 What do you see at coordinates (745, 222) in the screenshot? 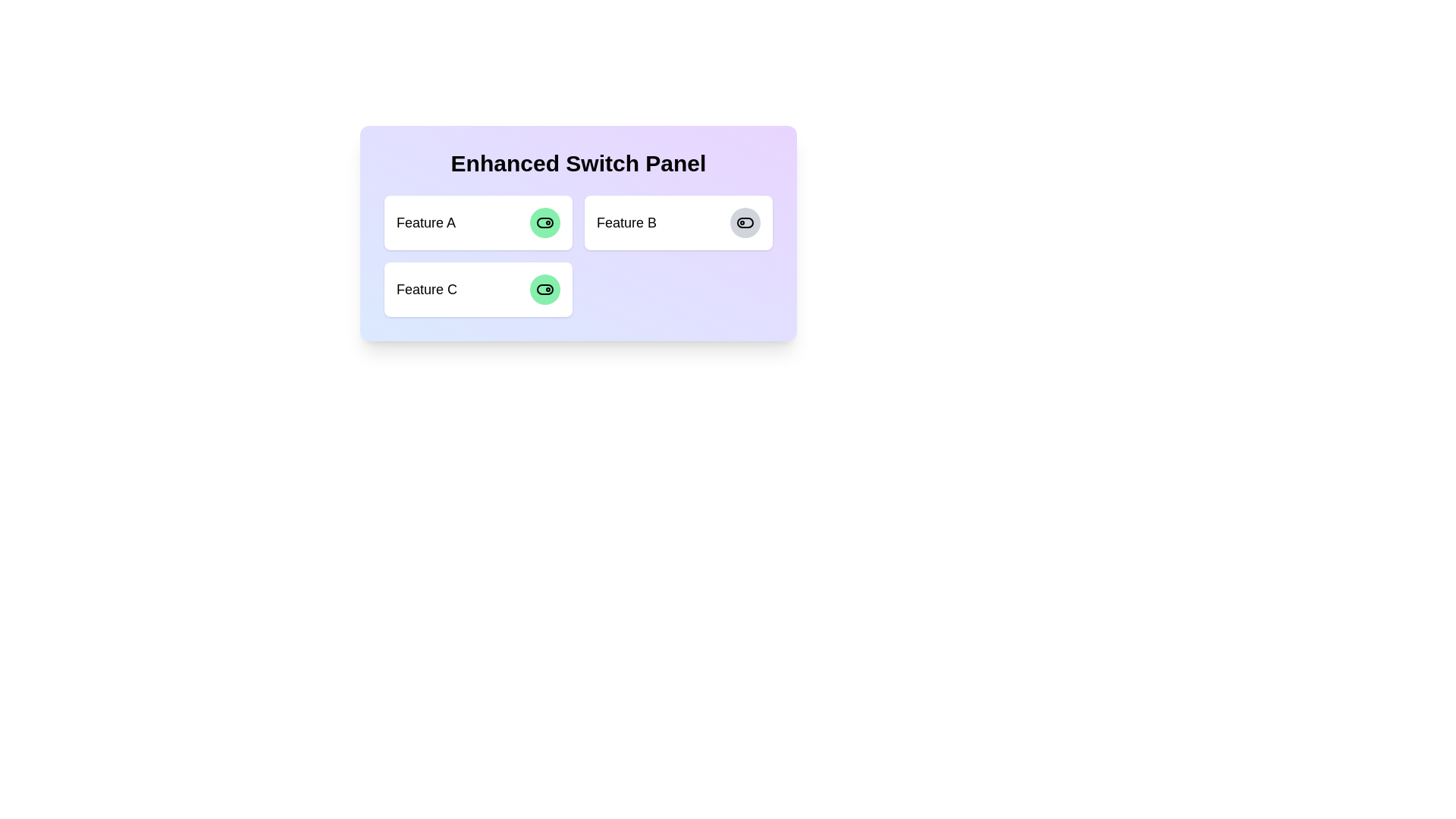
I see `the switch corresponding to Feature B` at bounding box center [745, 222].